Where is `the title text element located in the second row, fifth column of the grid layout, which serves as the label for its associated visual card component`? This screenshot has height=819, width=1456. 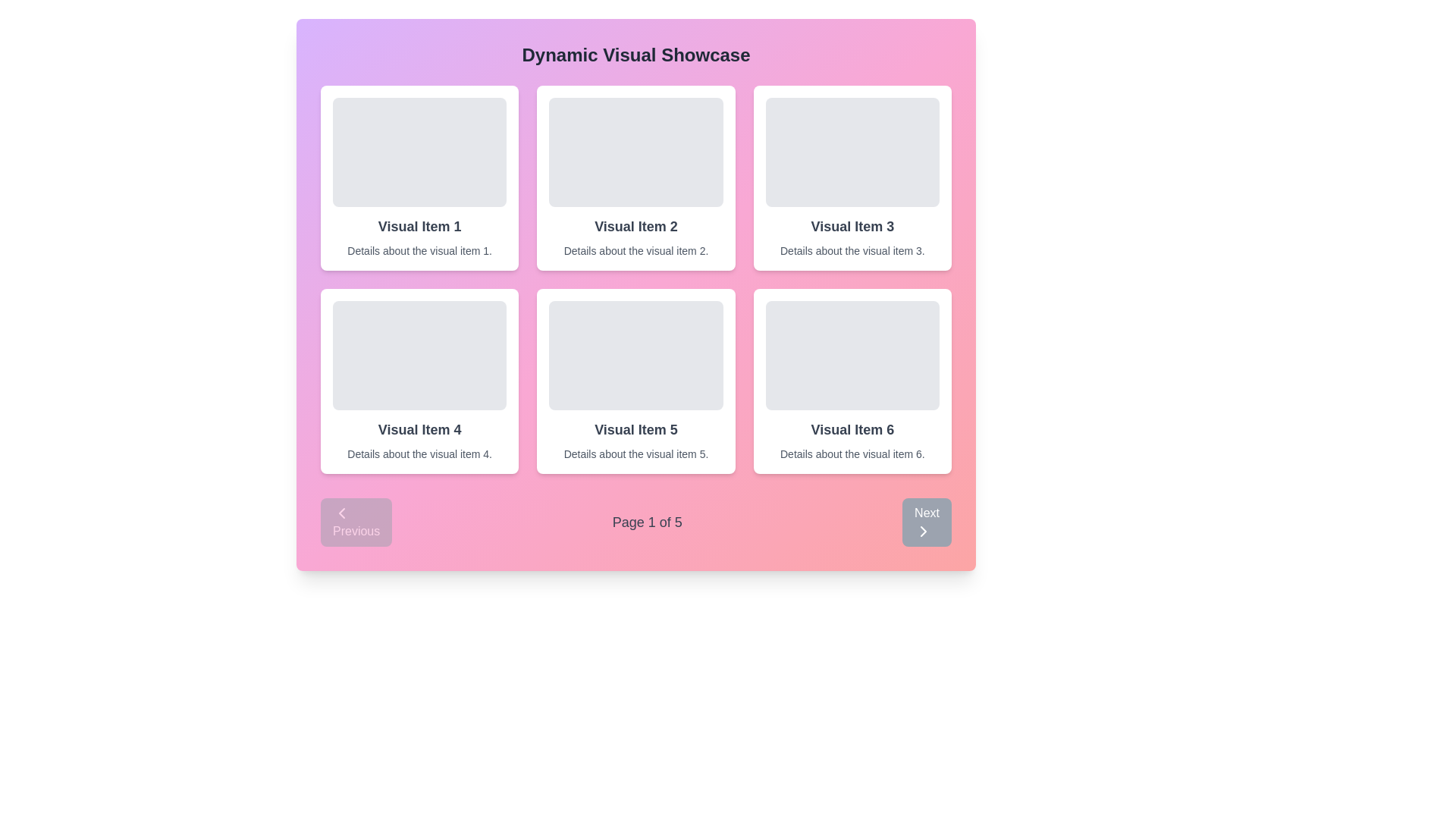 the title text element located in the second row, fifth column of the grid layout, which serves as the label for its associated visual card component is located at coordinates (636, 430).